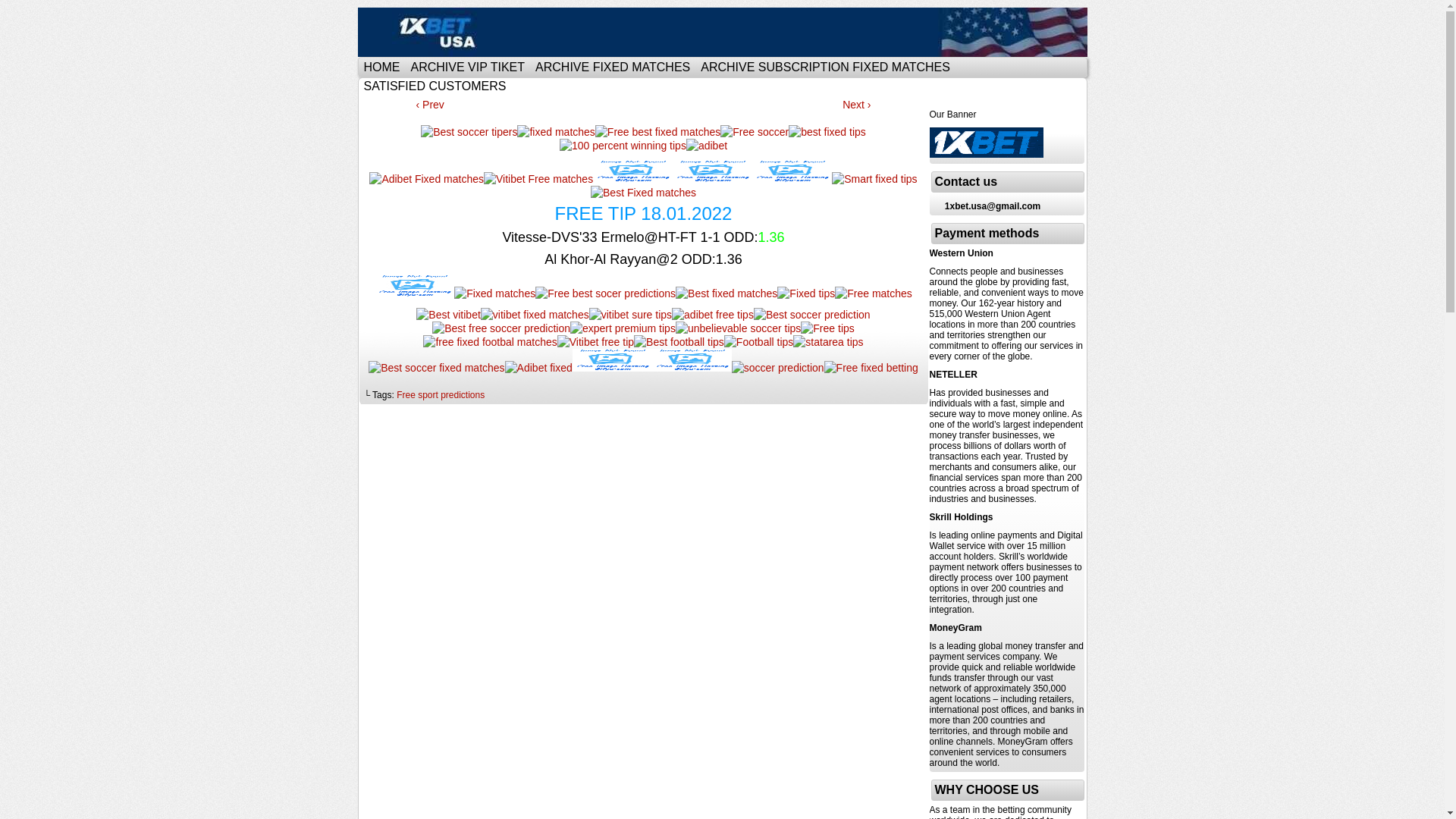 This screenshot has width=1456, height=819. I want to click on 'Free fixed betting', so click(871, 368).